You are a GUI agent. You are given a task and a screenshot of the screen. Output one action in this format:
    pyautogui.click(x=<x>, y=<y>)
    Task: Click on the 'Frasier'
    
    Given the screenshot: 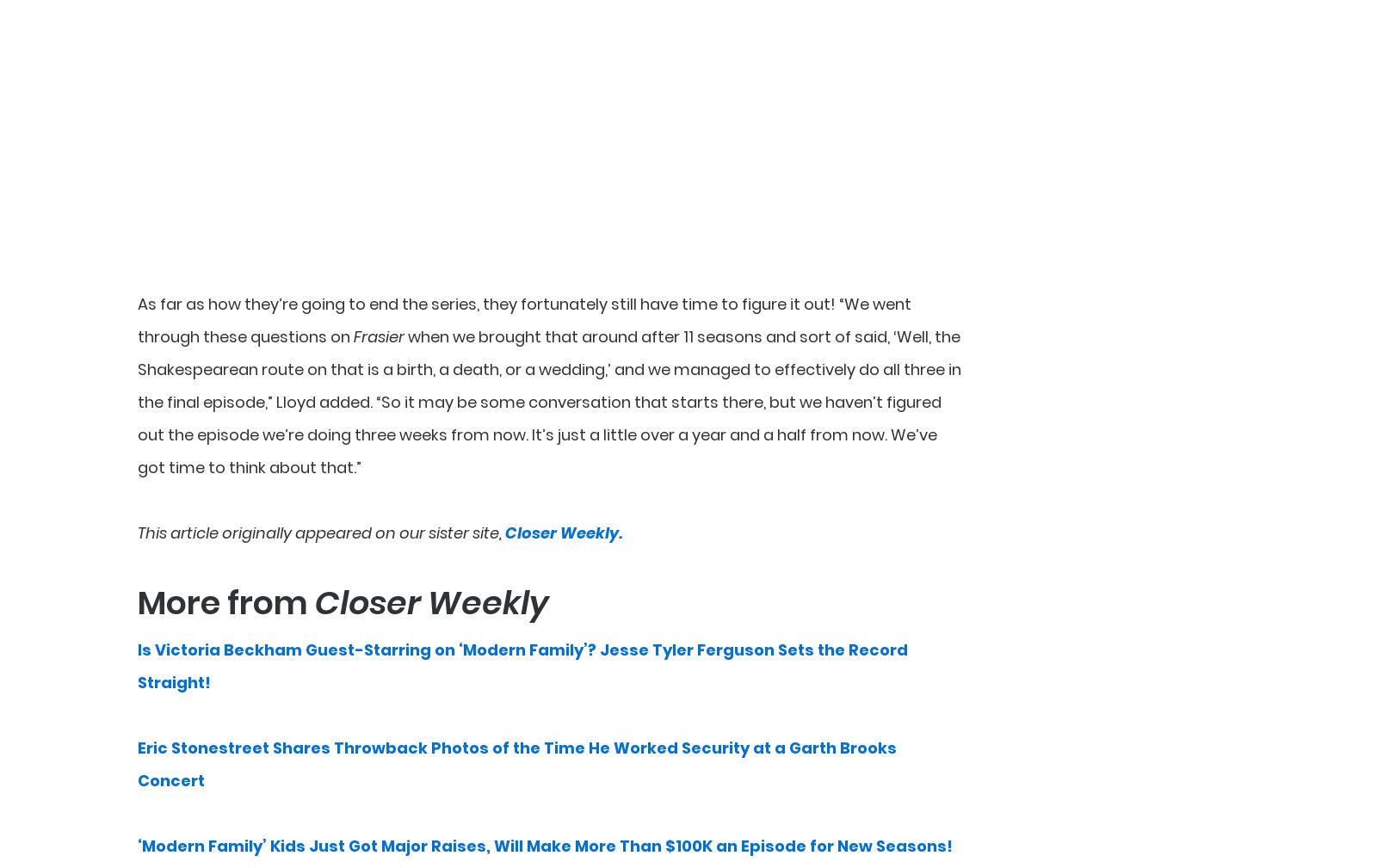 What is the action you would take?
    pyautogui.click(x=378, y=336)
    